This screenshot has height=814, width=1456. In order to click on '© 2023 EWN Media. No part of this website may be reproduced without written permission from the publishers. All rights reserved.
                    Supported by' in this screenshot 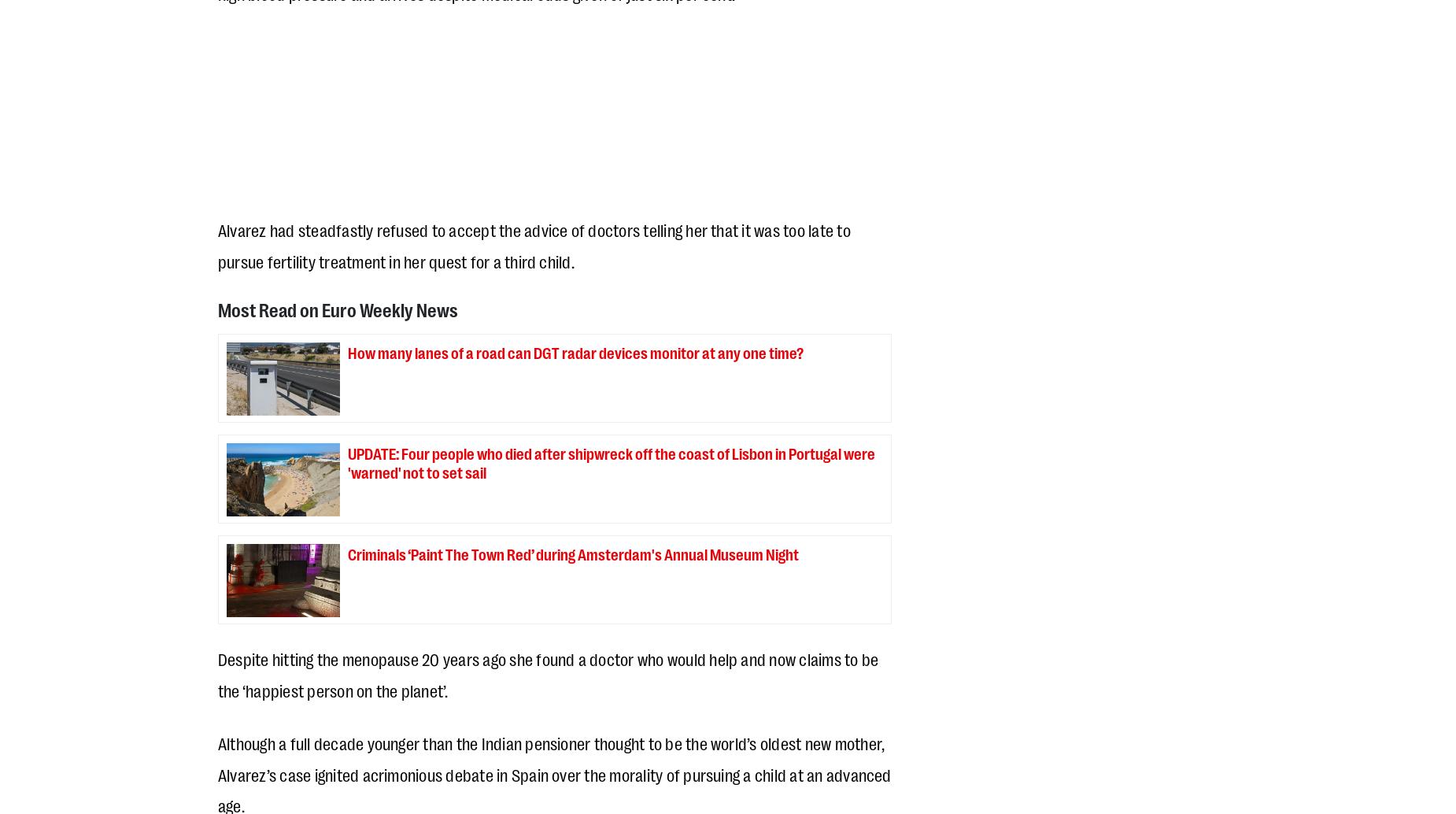, I will do `click(460, 694)`.